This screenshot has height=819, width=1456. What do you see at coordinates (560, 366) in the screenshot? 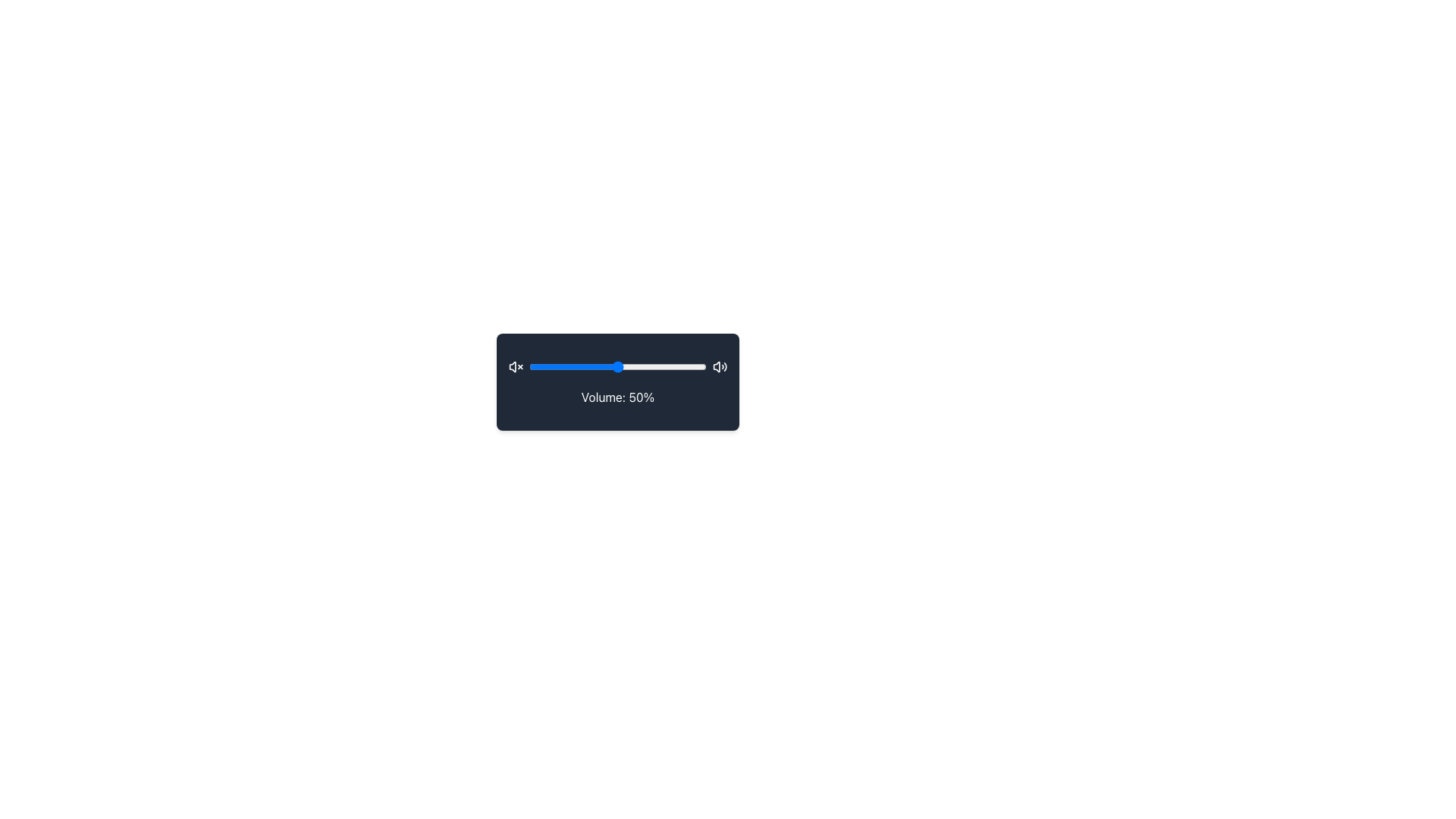
I see `the volume` at bounding box center [560, 366].